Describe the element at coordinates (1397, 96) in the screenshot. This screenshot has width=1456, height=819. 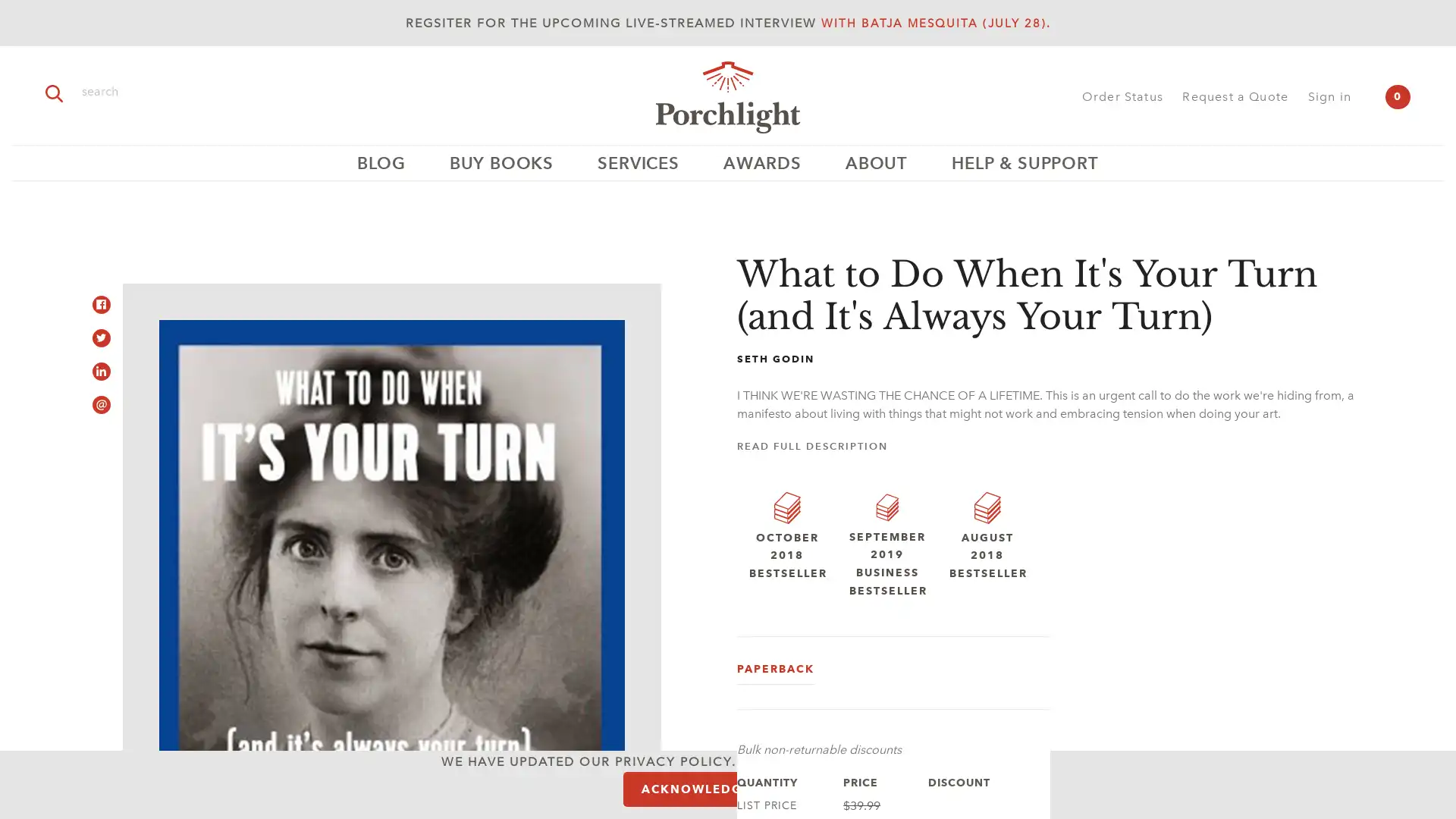
I see `0` at that location.